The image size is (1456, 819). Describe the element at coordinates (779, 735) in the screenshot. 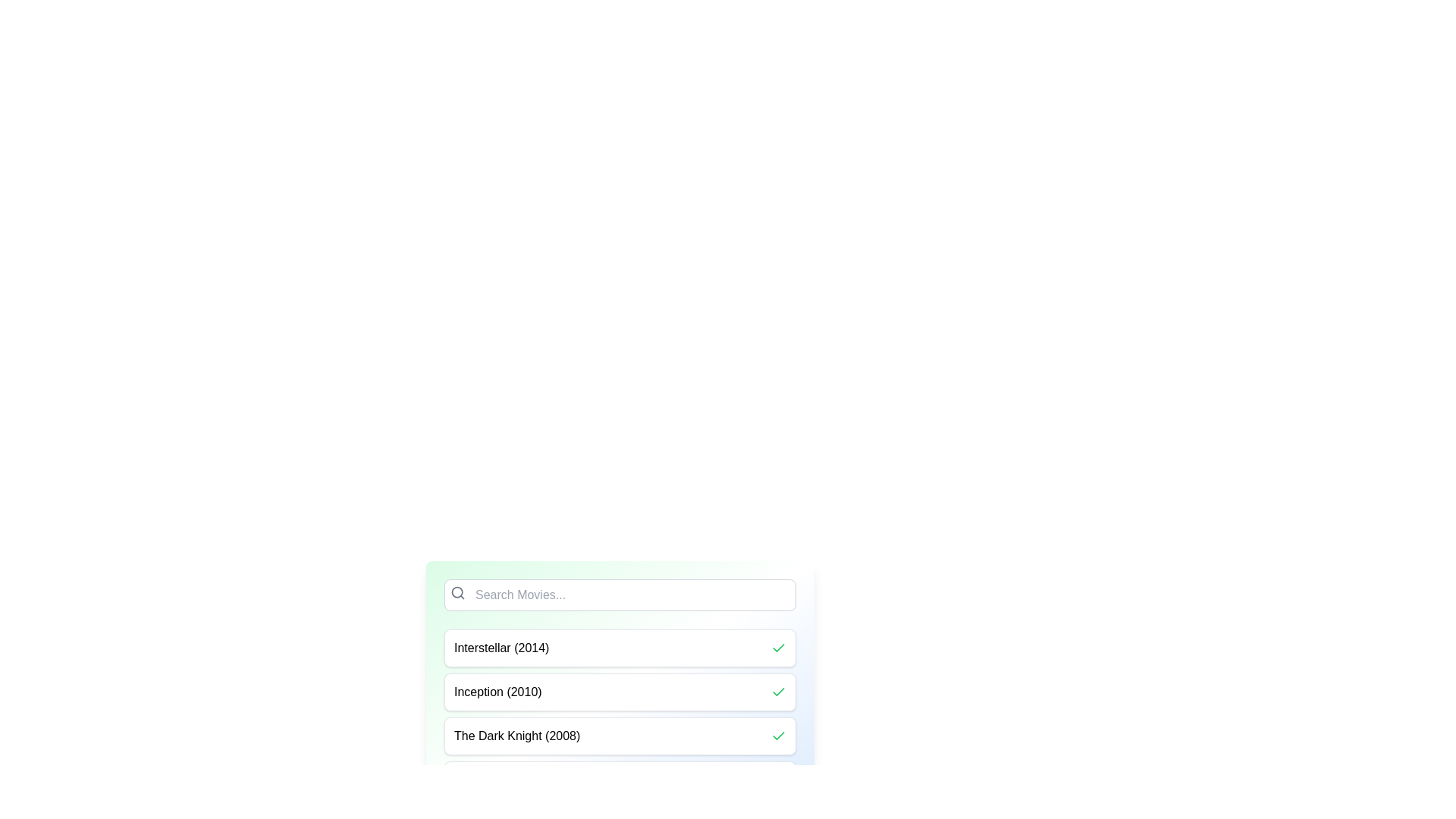

I see `the green checkmark icon indicating a completed state, located to the far right of the 'Inception (2010)' list item` at that location.